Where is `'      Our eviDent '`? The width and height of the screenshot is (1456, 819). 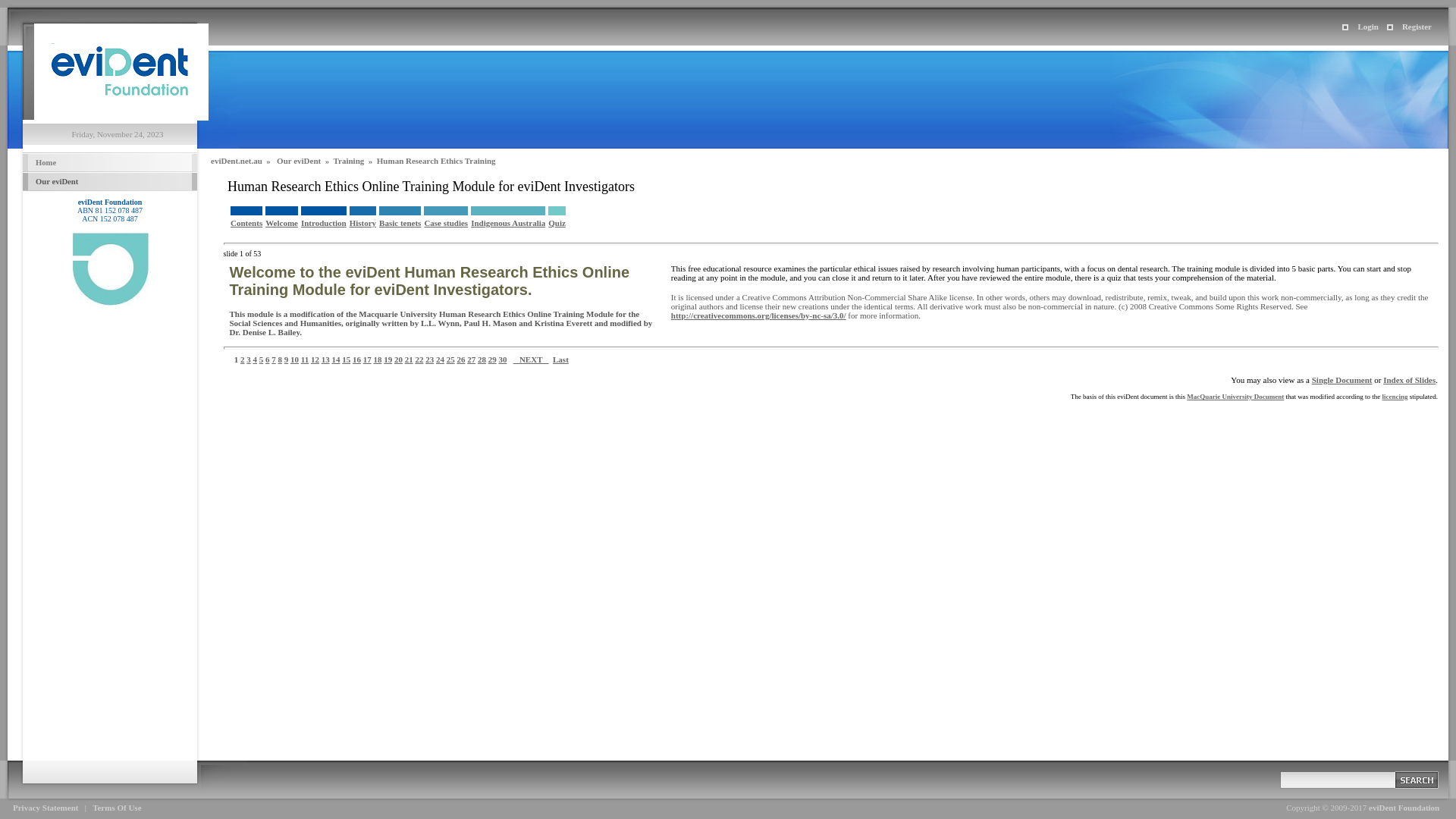 '      Our eviDent ' is located at coordinates (108, 180).